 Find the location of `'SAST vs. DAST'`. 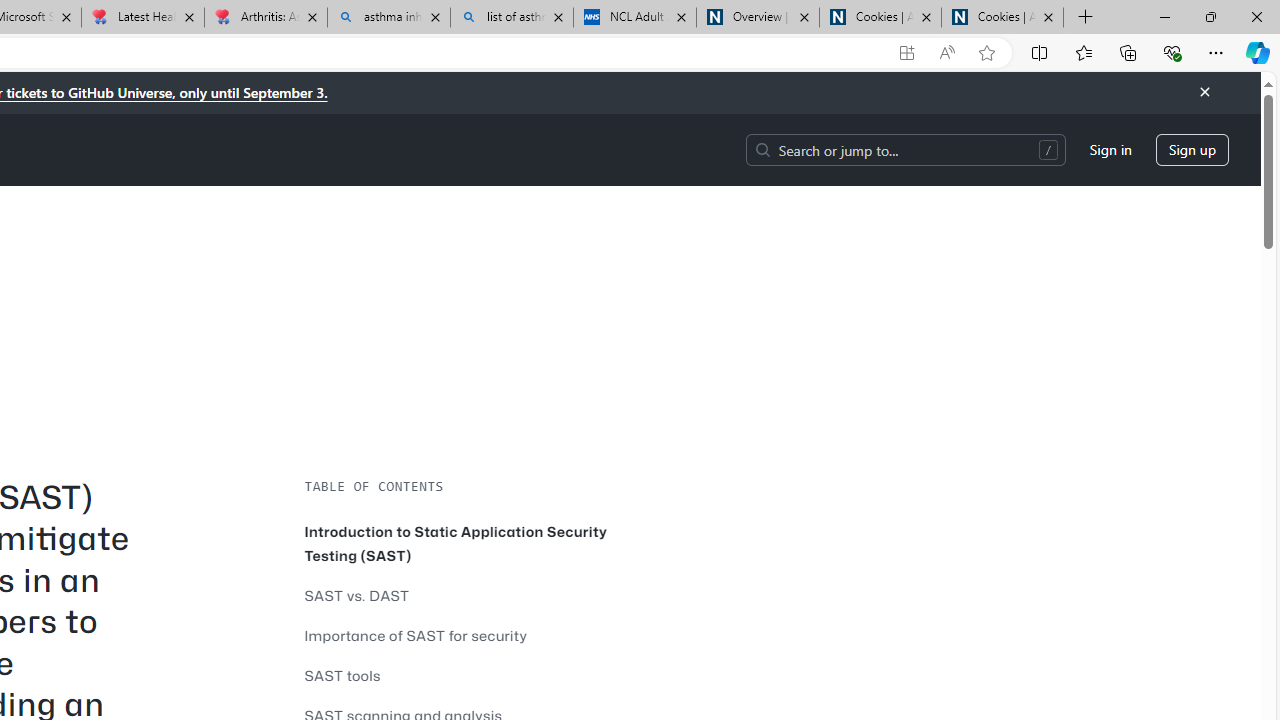

'SAST vs. DAST' is located at coordinates (357, 594).